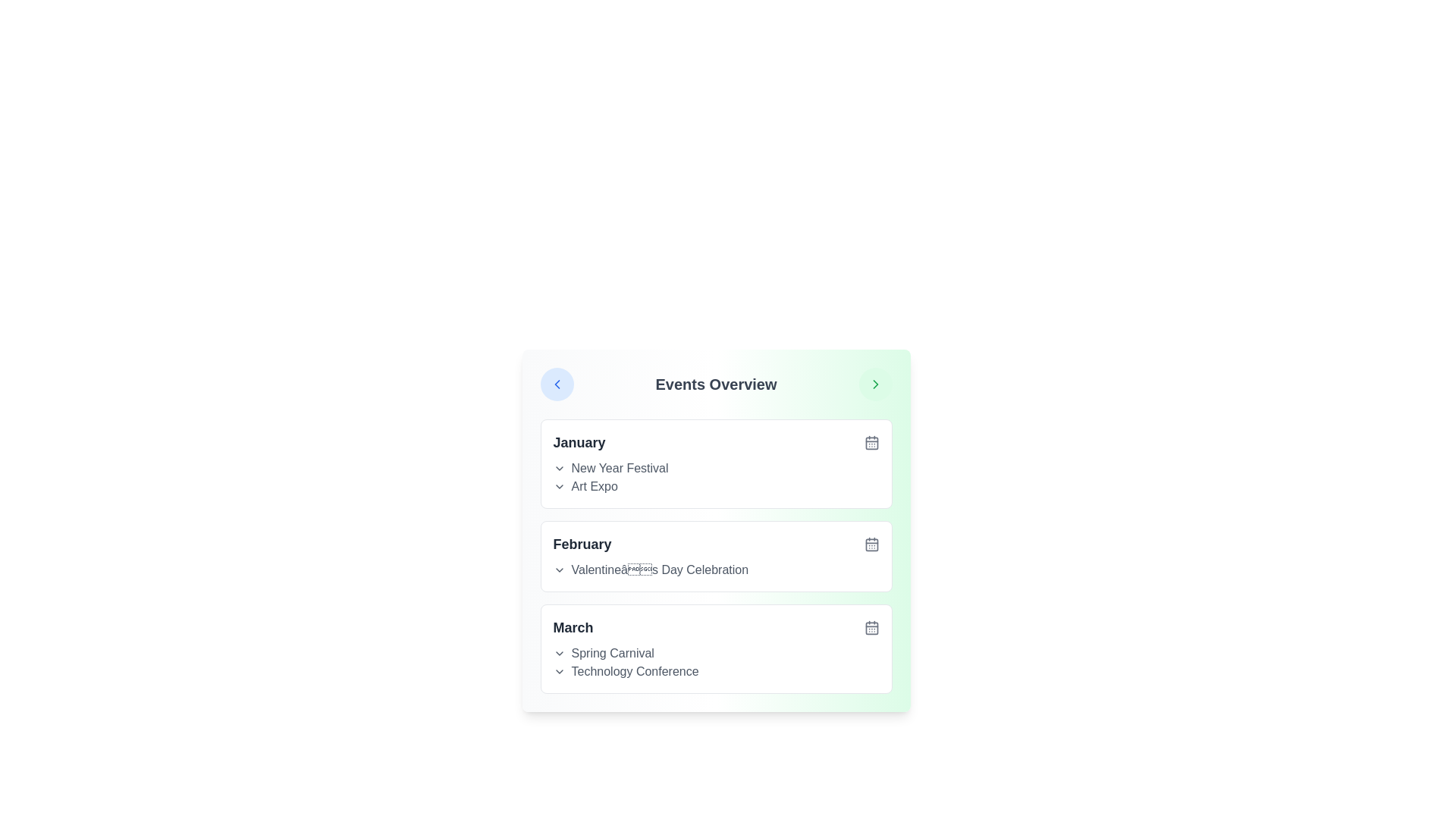  I want to click on the next month button to navigate, so click(875, 383).